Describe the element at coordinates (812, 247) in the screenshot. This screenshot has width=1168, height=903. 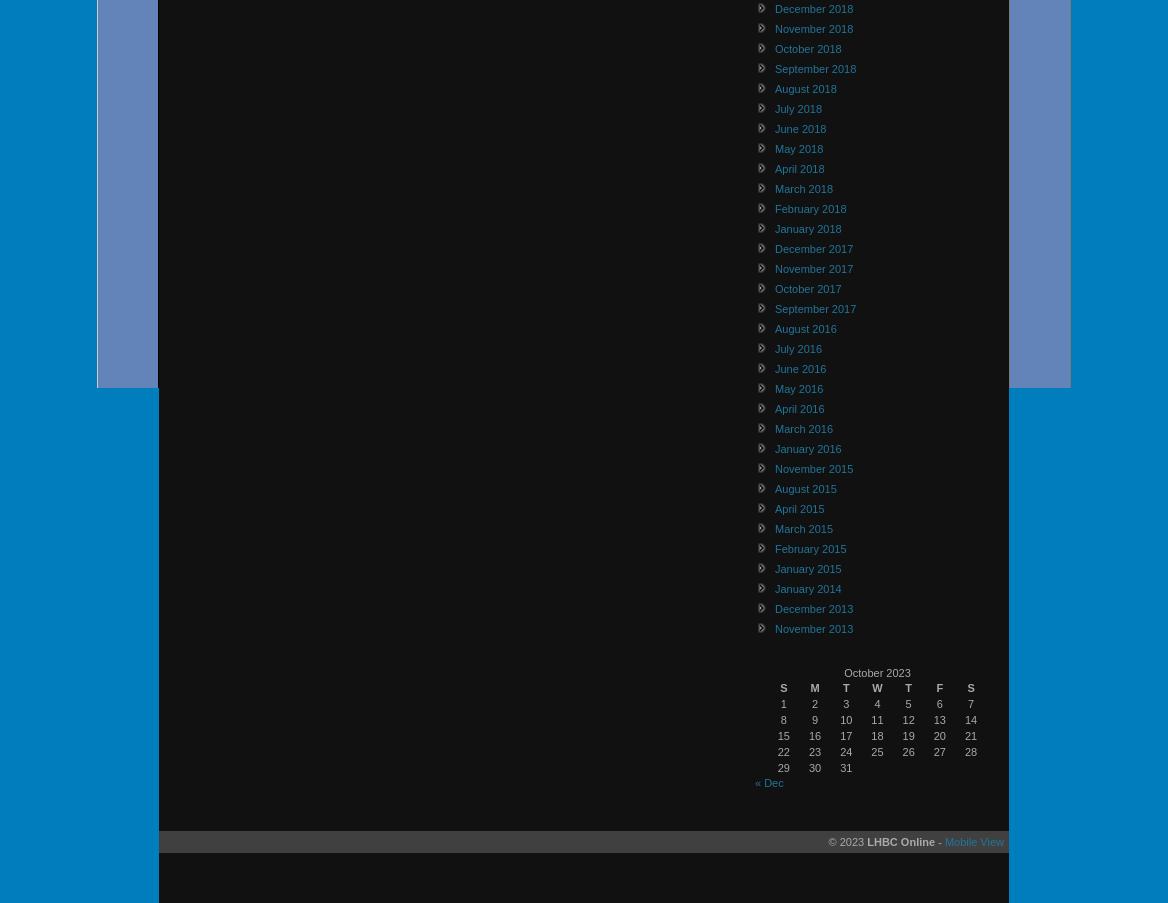
I see `'December 2017'` at that location.